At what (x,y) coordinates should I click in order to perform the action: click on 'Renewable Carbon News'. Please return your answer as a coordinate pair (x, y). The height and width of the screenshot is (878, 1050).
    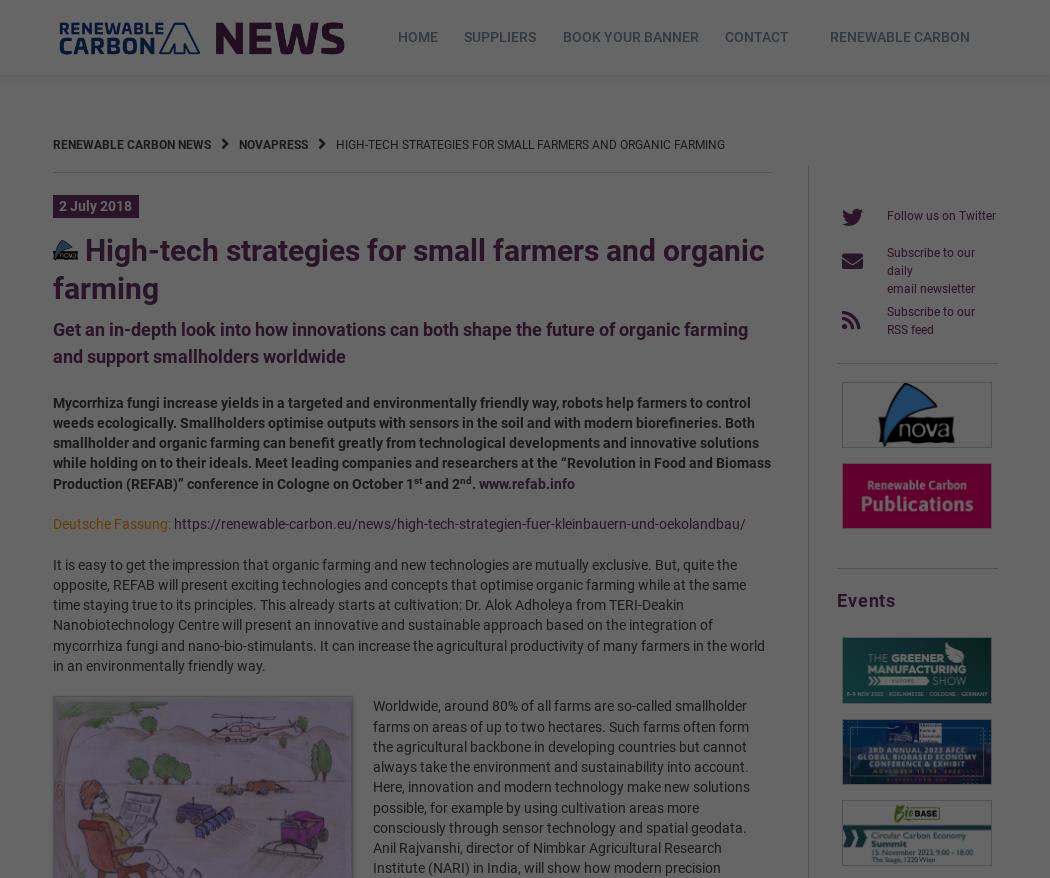
    Looking at the image, I should click on (50, 143).